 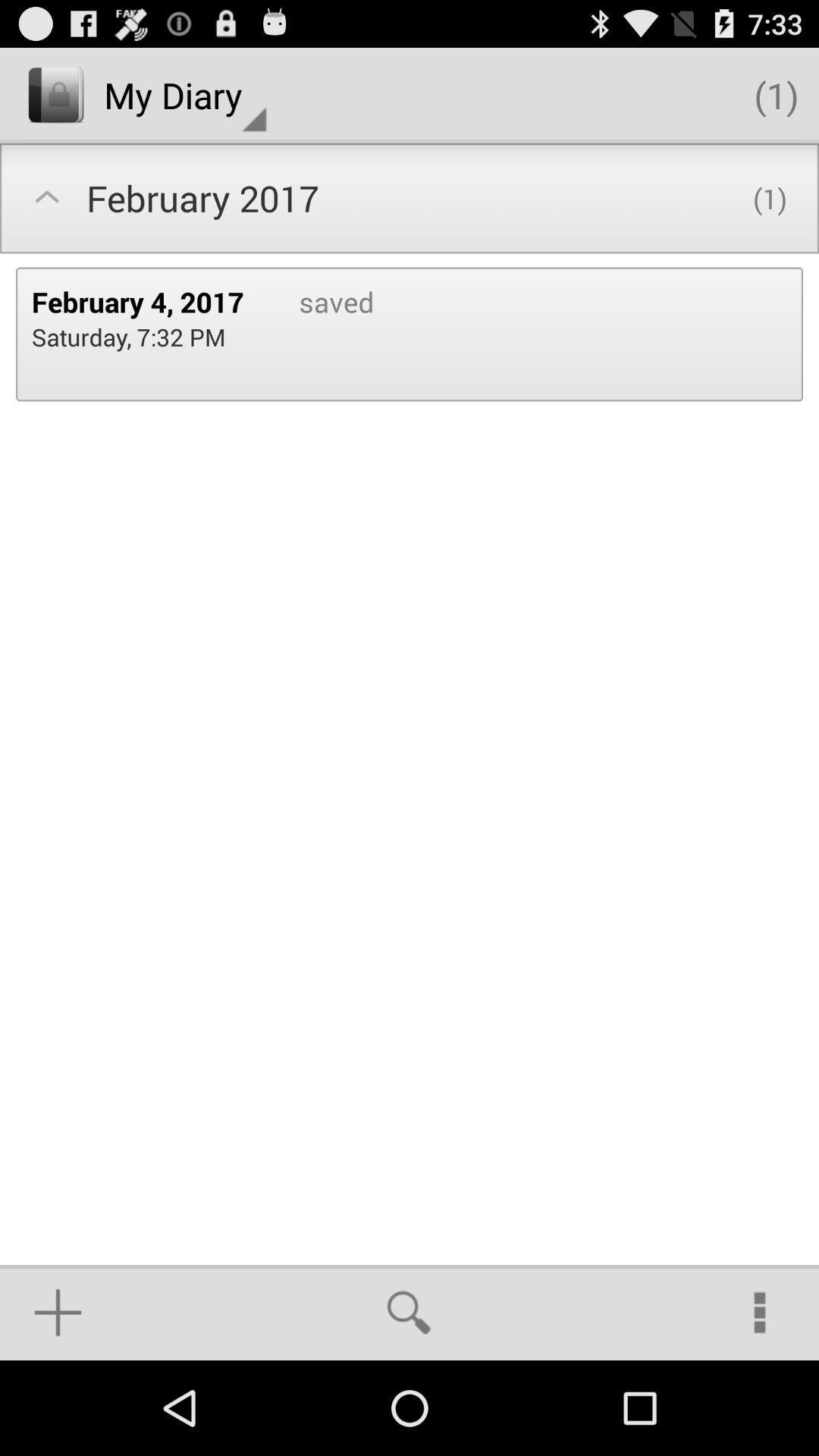 I want to click on item next to (1) icon, so click(x=184, y=94).